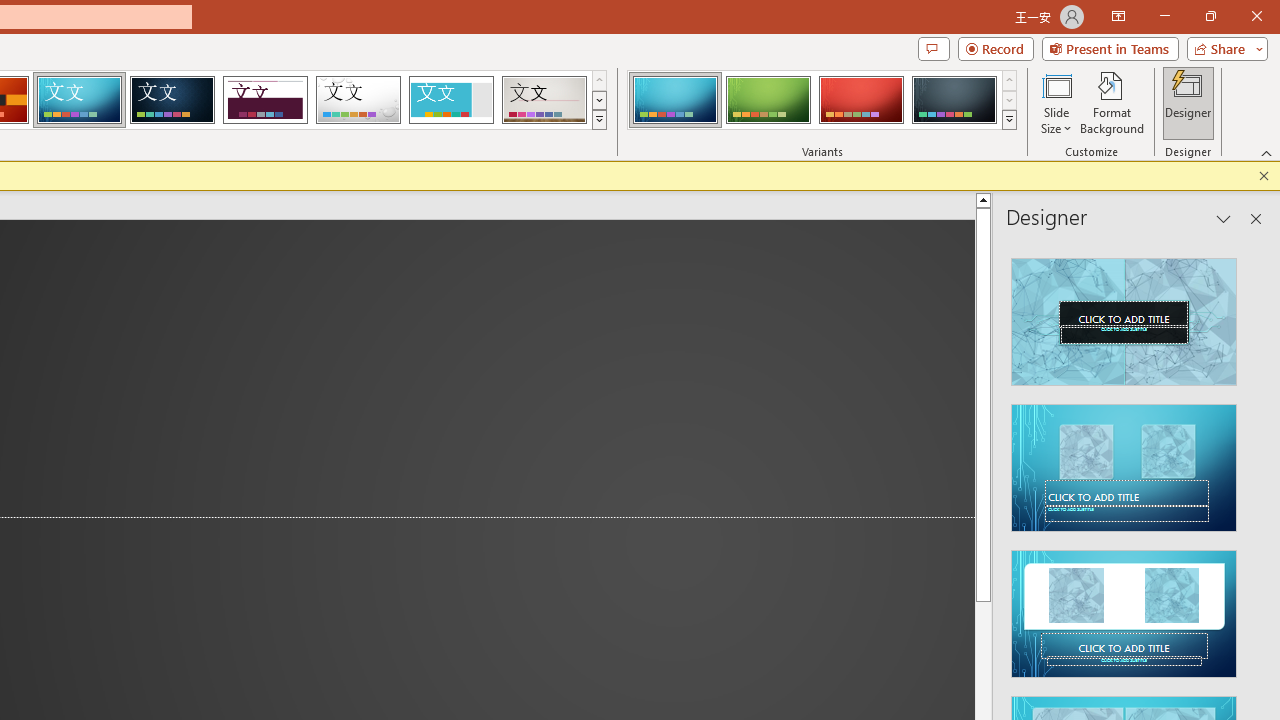  Describe the element at coordinates (598, 120) in the screenshot. I see `'Themes'` at that location.